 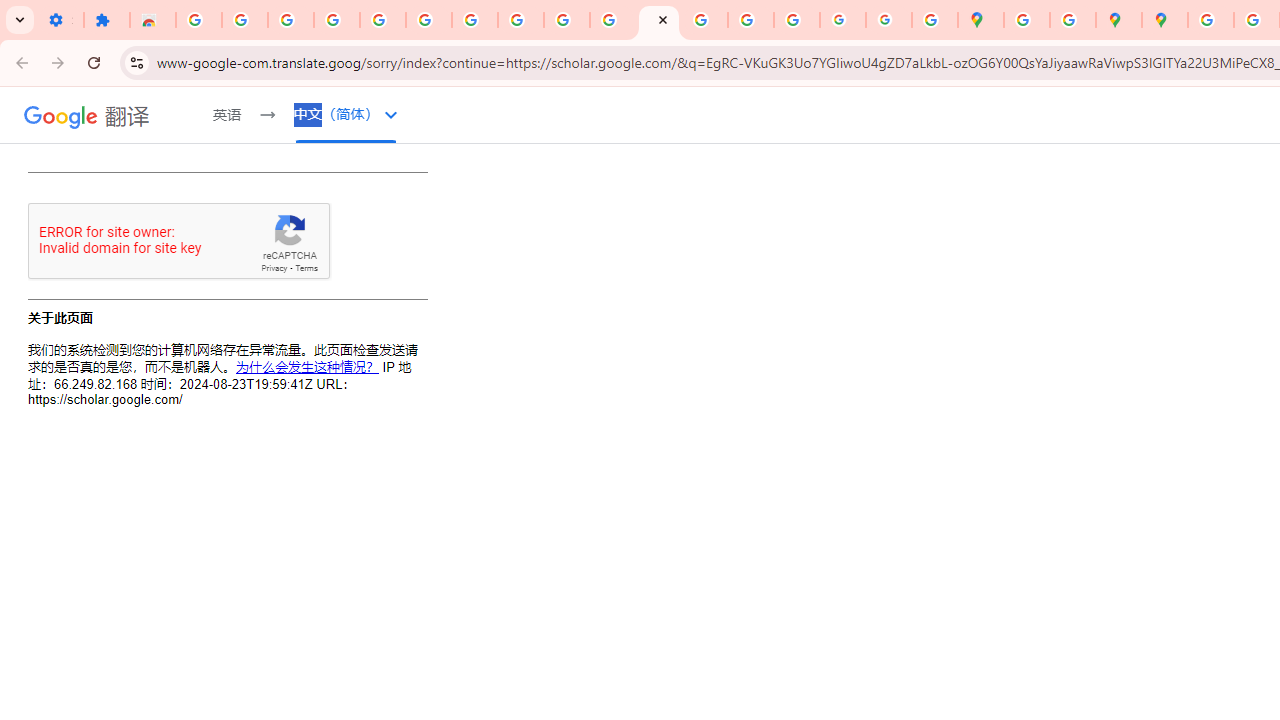 What do you see at coordinates (659, 20) in the screenshot?
I see `'https://scholar.google.com/'` at bounding box center [659, 20].